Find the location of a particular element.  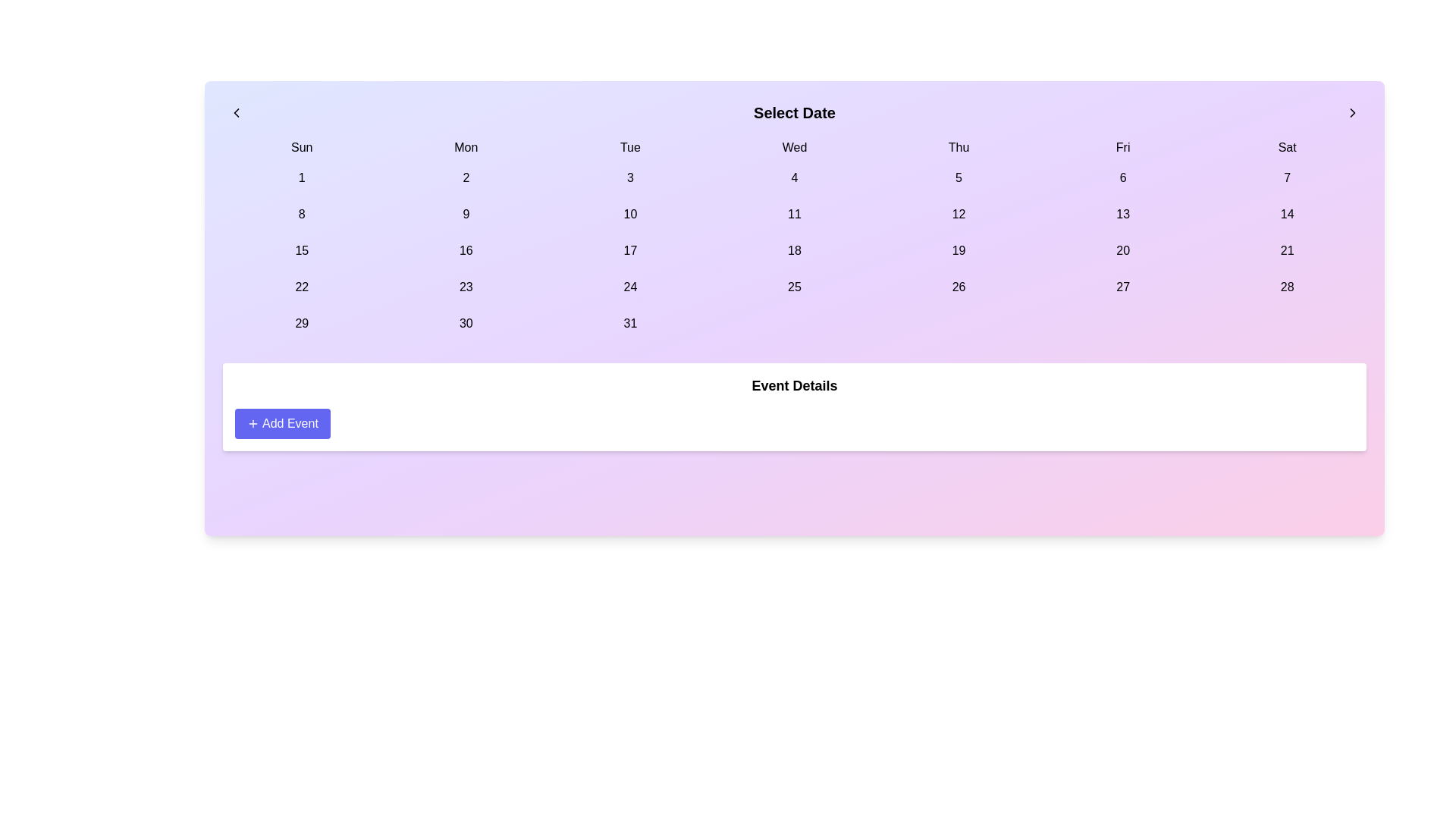

the button displaying '31' is located at coordinates (630, 323).